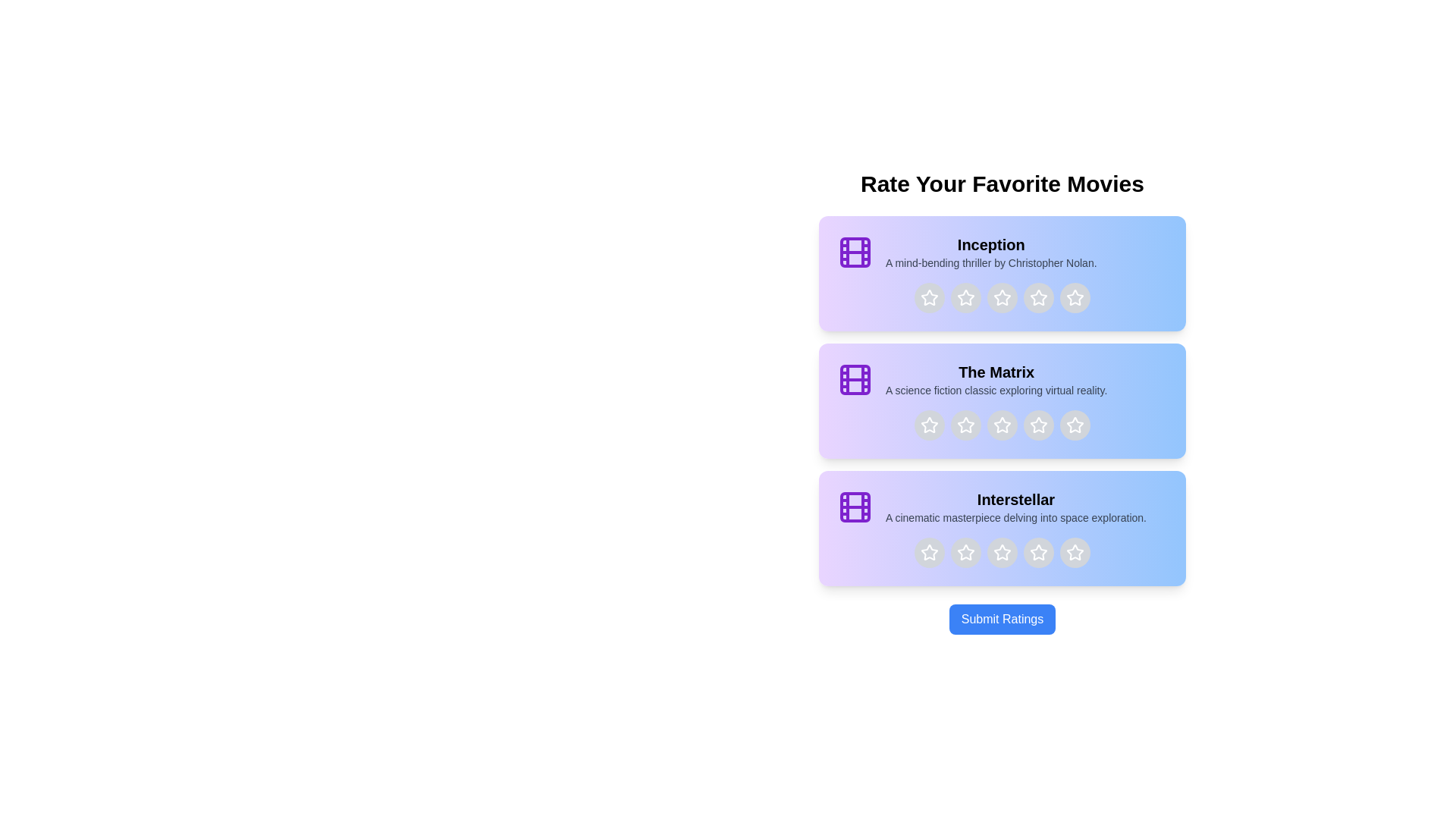 The width and height of the screenshot is (1456, 819). I want to click on the star corresponding to 2 stars for the movie titled Interstellar, so click(965, 553).